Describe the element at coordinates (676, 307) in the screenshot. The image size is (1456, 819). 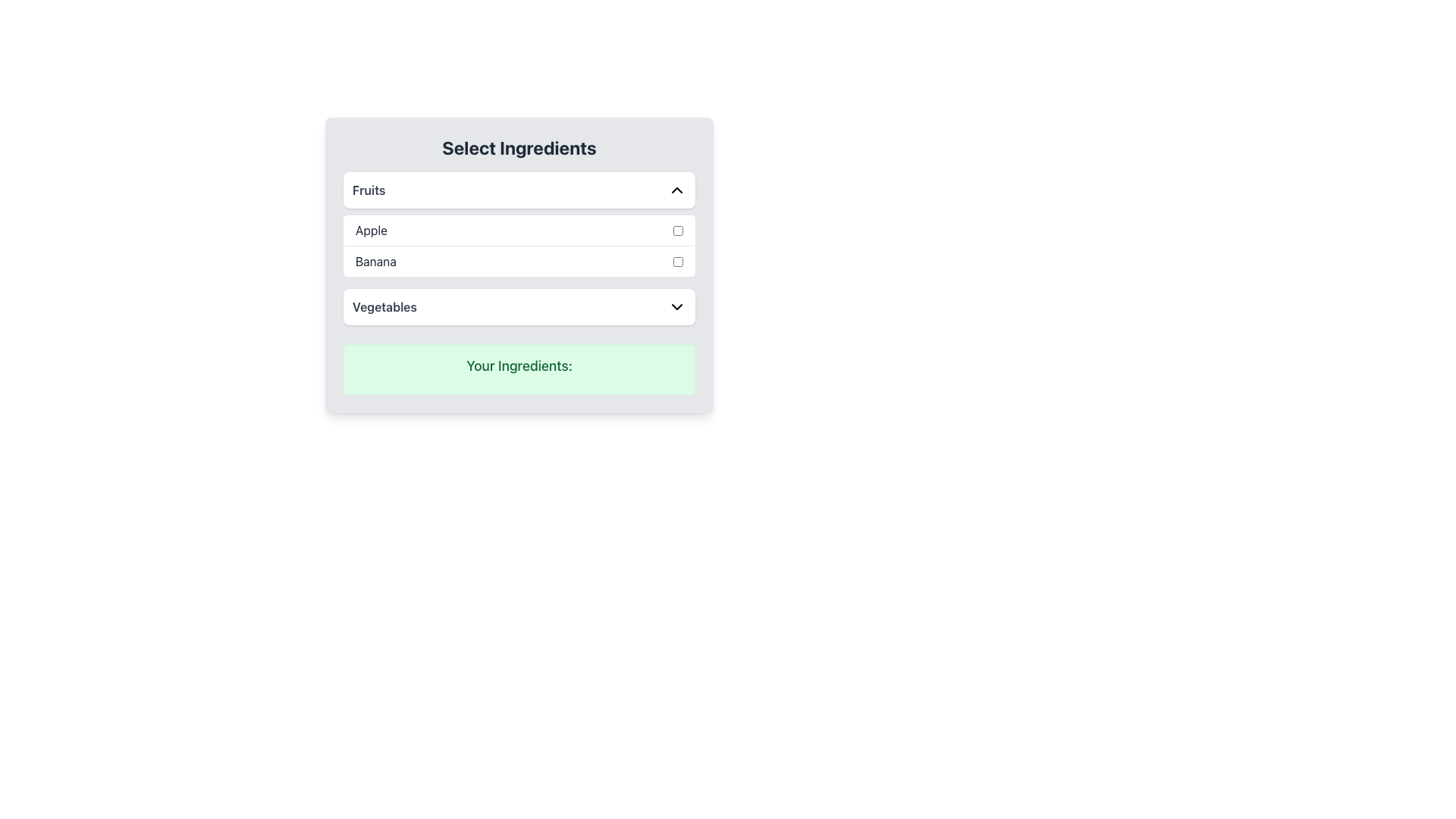
I see `the Chevron dropdown indicator icon next to the 'Vegetables' text` at that location.